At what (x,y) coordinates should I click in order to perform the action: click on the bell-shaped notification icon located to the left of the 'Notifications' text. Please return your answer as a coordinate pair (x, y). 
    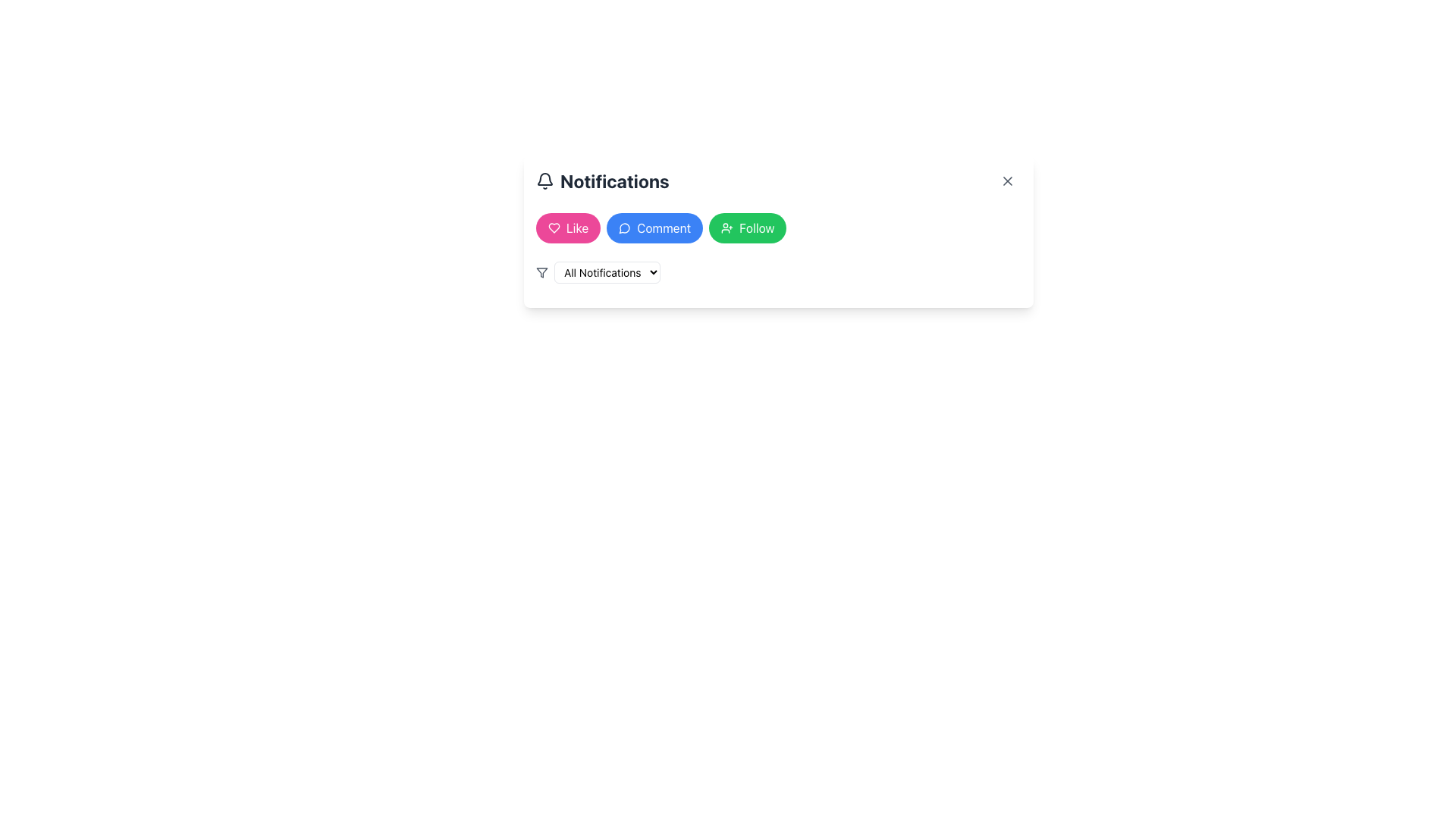
    Looking at the image, I should click on (545, 180).